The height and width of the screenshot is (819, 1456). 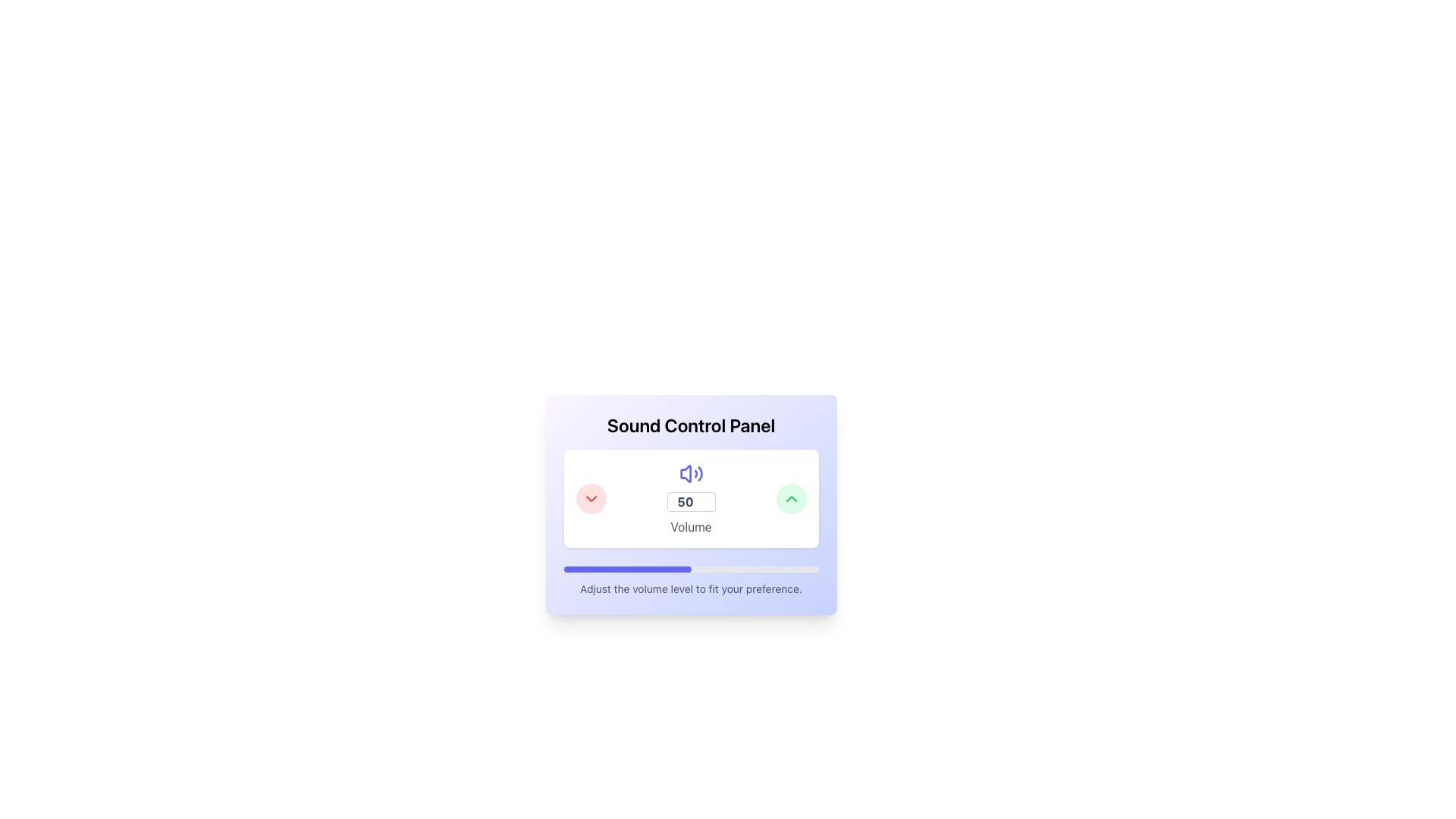 I want to click on the Progress Bar located at the bottom of the Sound Control Panel, which visually indicates the volume level, so click(x=690, y=570).